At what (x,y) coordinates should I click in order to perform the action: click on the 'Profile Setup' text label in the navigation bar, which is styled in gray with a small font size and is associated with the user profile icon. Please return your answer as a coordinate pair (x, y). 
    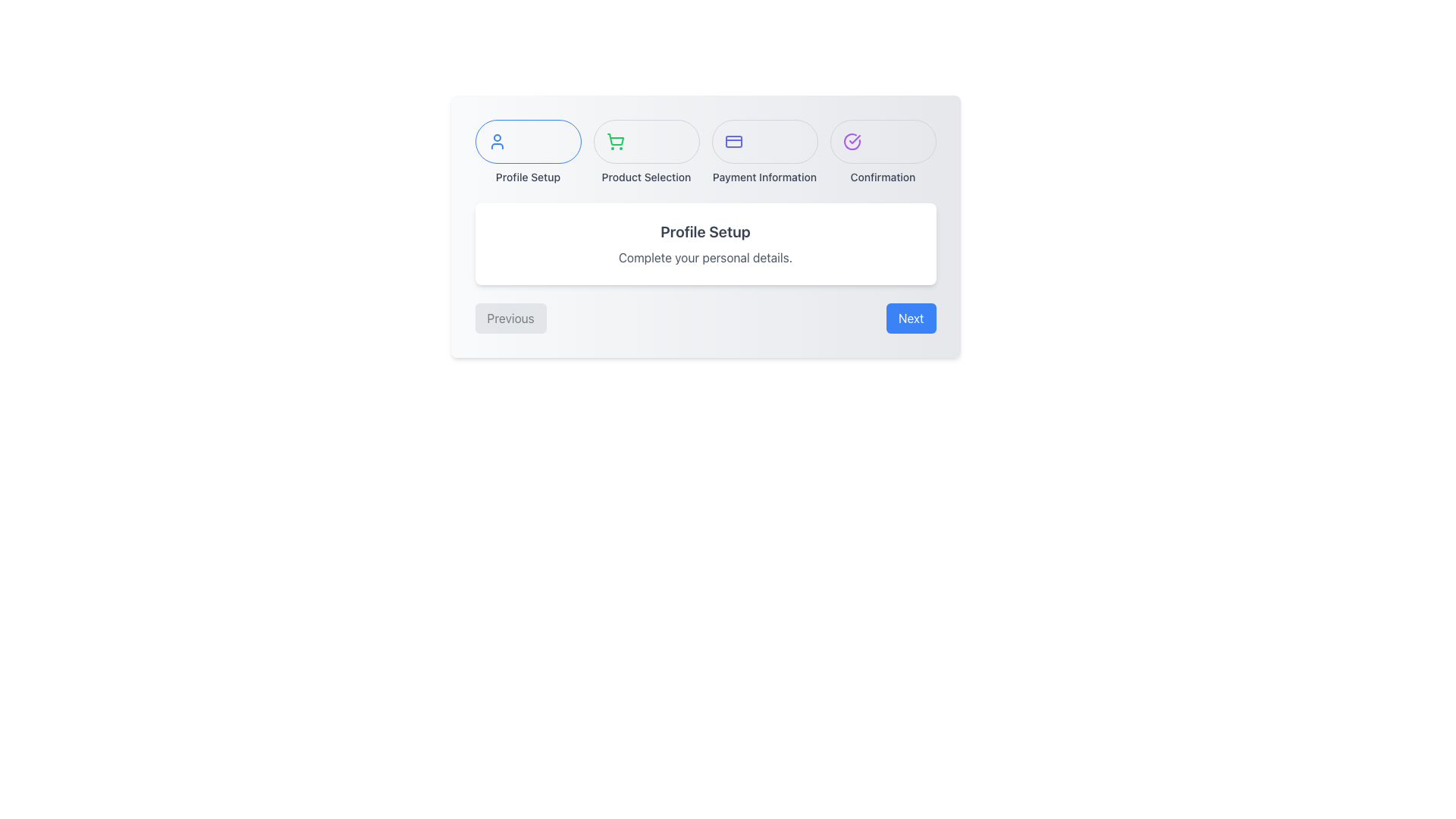
    Looking at the image, I should click on (528, 177).